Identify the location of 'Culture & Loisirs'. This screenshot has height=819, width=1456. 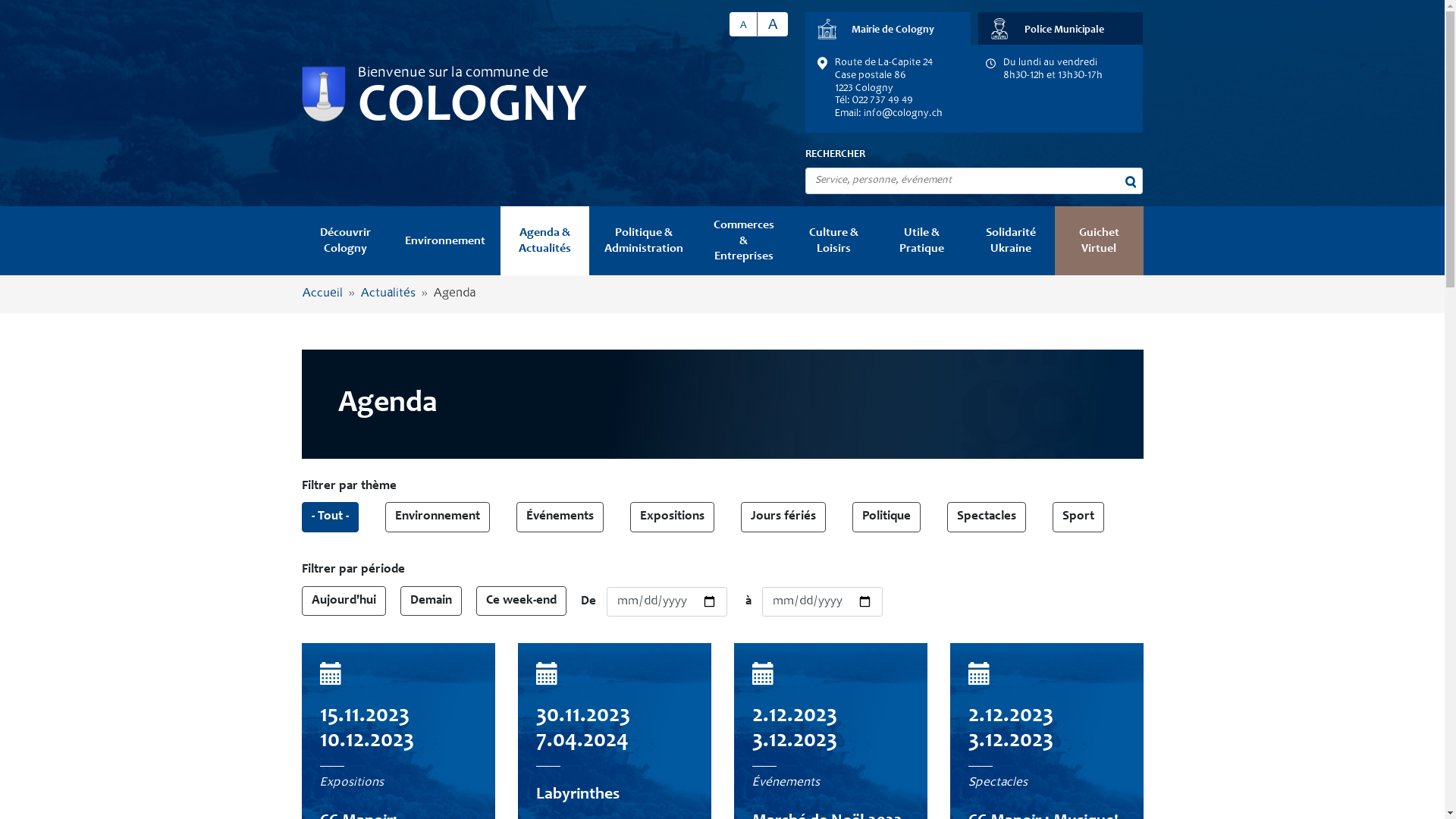
(833, 240).